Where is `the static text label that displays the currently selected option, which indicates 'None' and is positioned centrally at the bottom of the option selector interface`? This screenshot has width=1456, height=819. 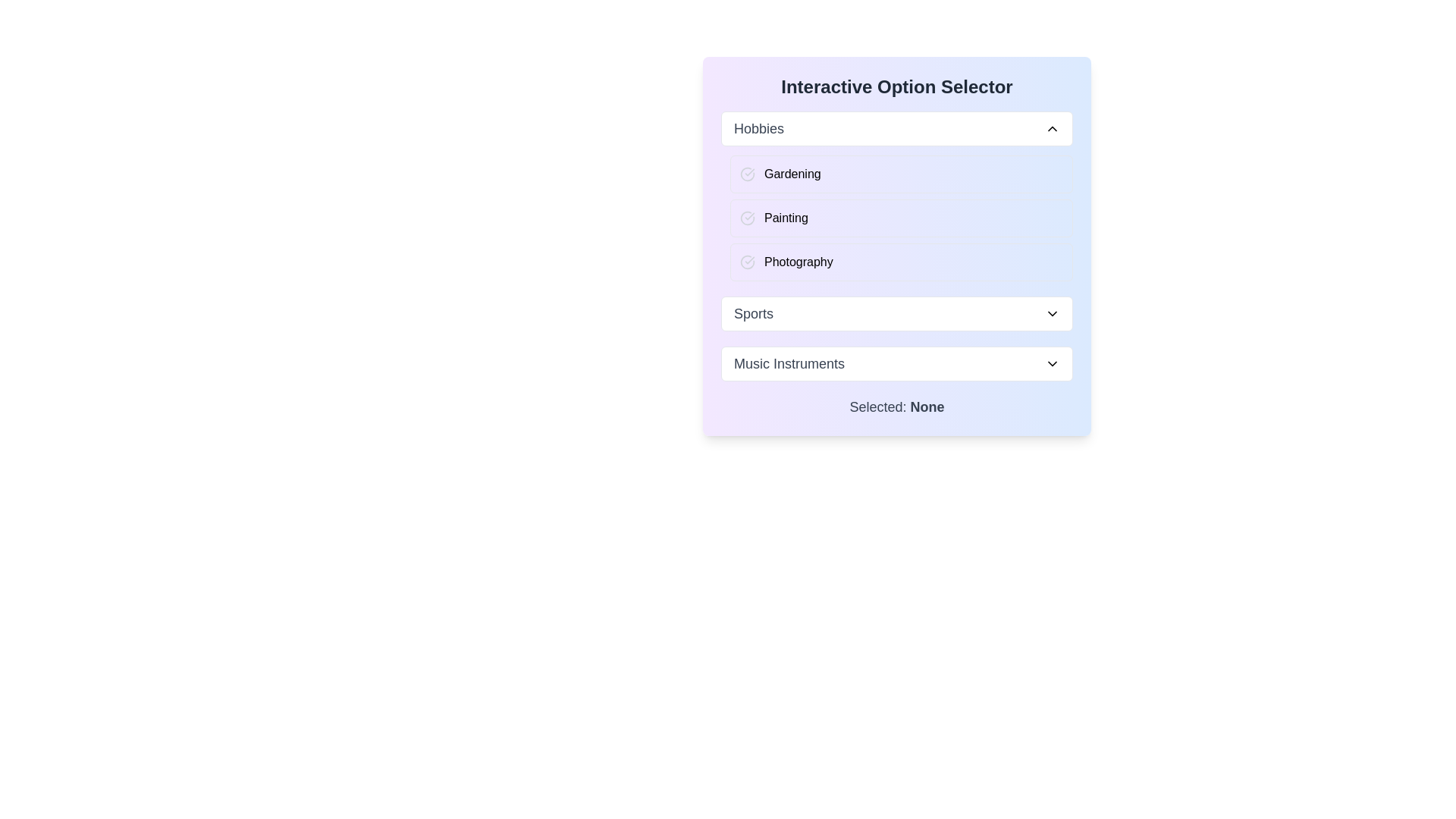 the static text label that displays the currently selected option, which indicates 'None' and is positioned centrally at the bottom of the option selector interface is located at coordinates (896, 406).